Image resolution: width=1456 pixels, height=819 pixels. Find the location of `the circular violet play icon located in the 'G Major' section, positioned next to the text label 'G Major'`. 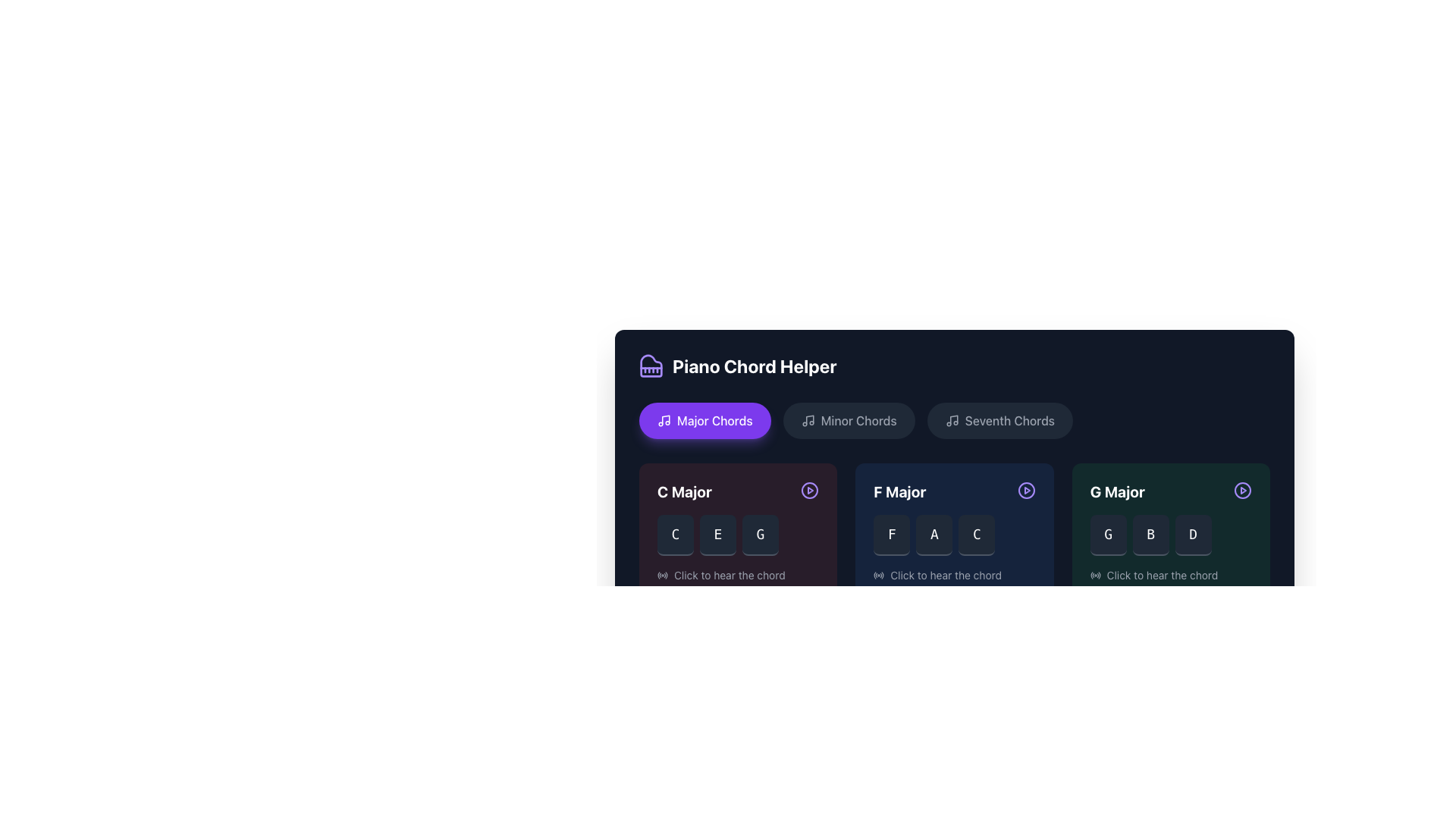

the circular violet play icon located in the 'G Major' section, positioned next to the text label 'G Major' is located at coordinates (1242, 491).